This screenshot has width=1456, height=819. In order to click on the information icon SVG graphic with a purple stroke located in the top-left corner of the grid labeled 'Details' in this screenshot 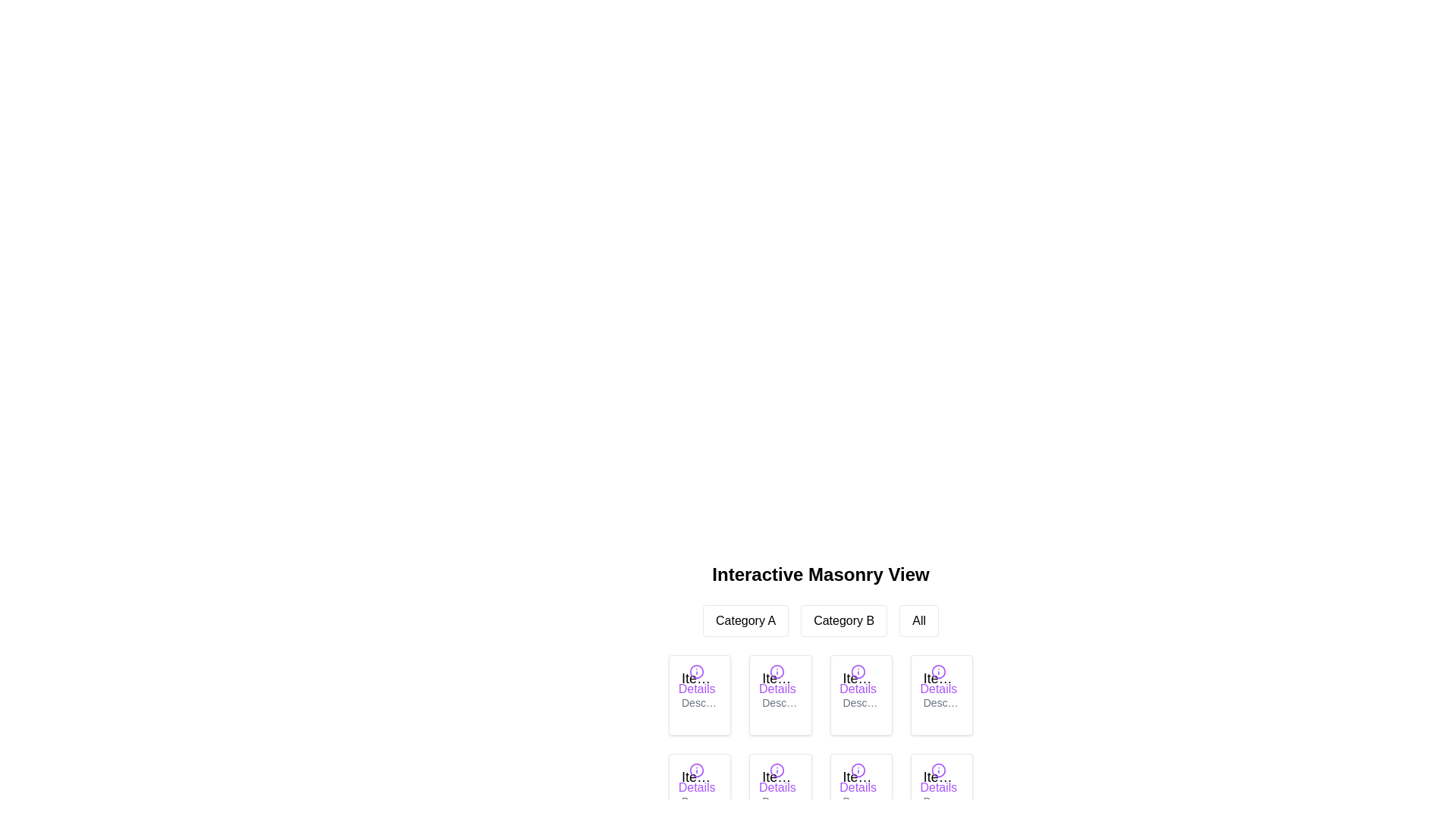, I will do `click(696, 670)`.